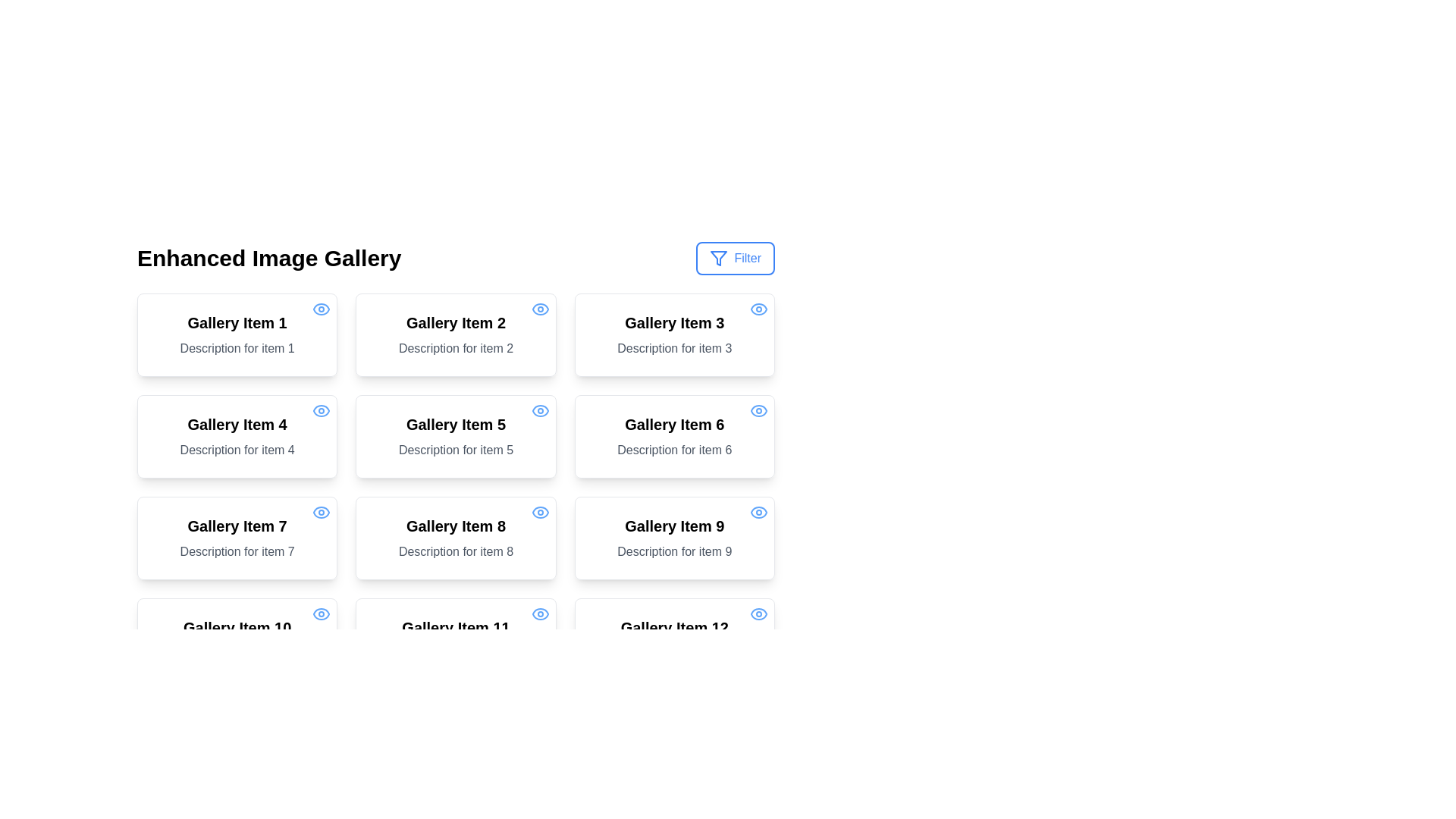 The height and width of the screenshot is (819, 1456). I want to click on text of the label displaying 'Gallery Item 10', which is the title of the fourth item in the second row of a 3x4 grid layout, so click(237, 628).